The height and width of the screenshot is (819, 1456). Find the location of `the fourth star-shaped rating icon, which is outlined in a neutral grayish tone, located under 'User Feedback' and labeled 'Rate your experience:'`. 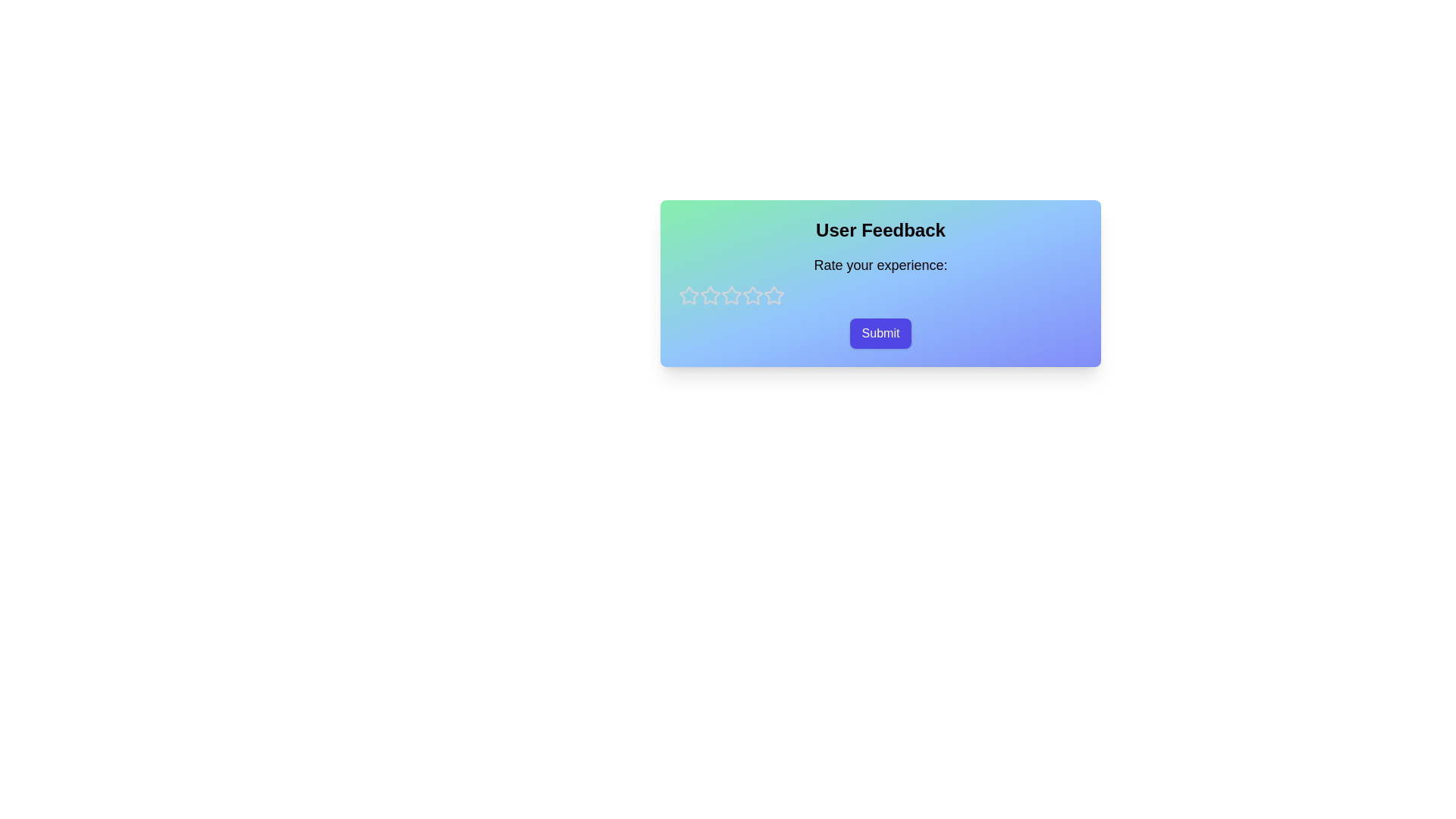

the fourth star-shaped rating icon, which is outlined in a neutral grayish tone, located under 'User Feedback' and labeled 'Rate your experience:' is located at coordinates (774, 295).